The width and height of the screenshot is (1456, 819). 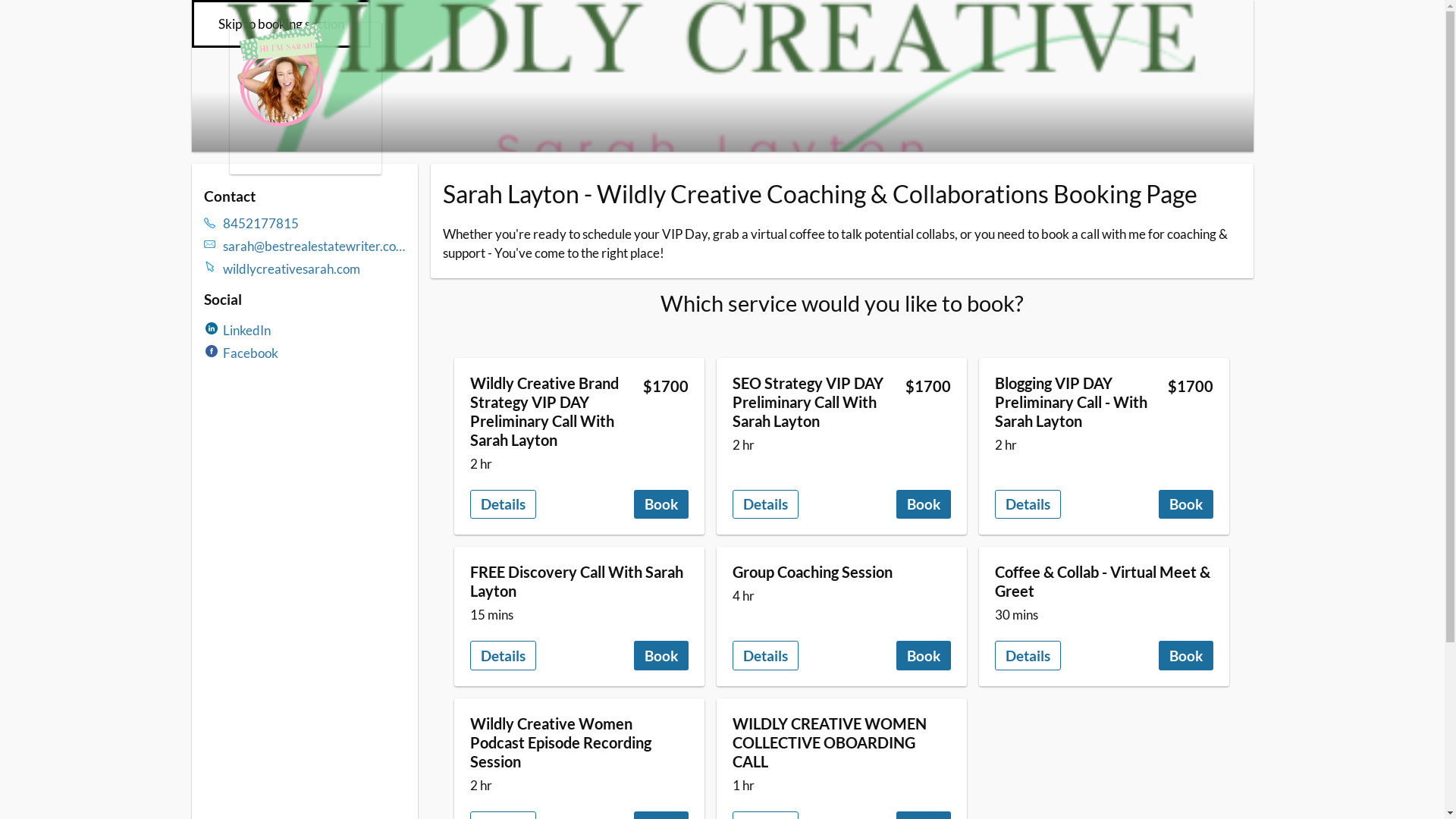 What do you see at coordinates (313, 223) in the screenshot?
I see `'8452177815'` at bounding box center [313, 223].